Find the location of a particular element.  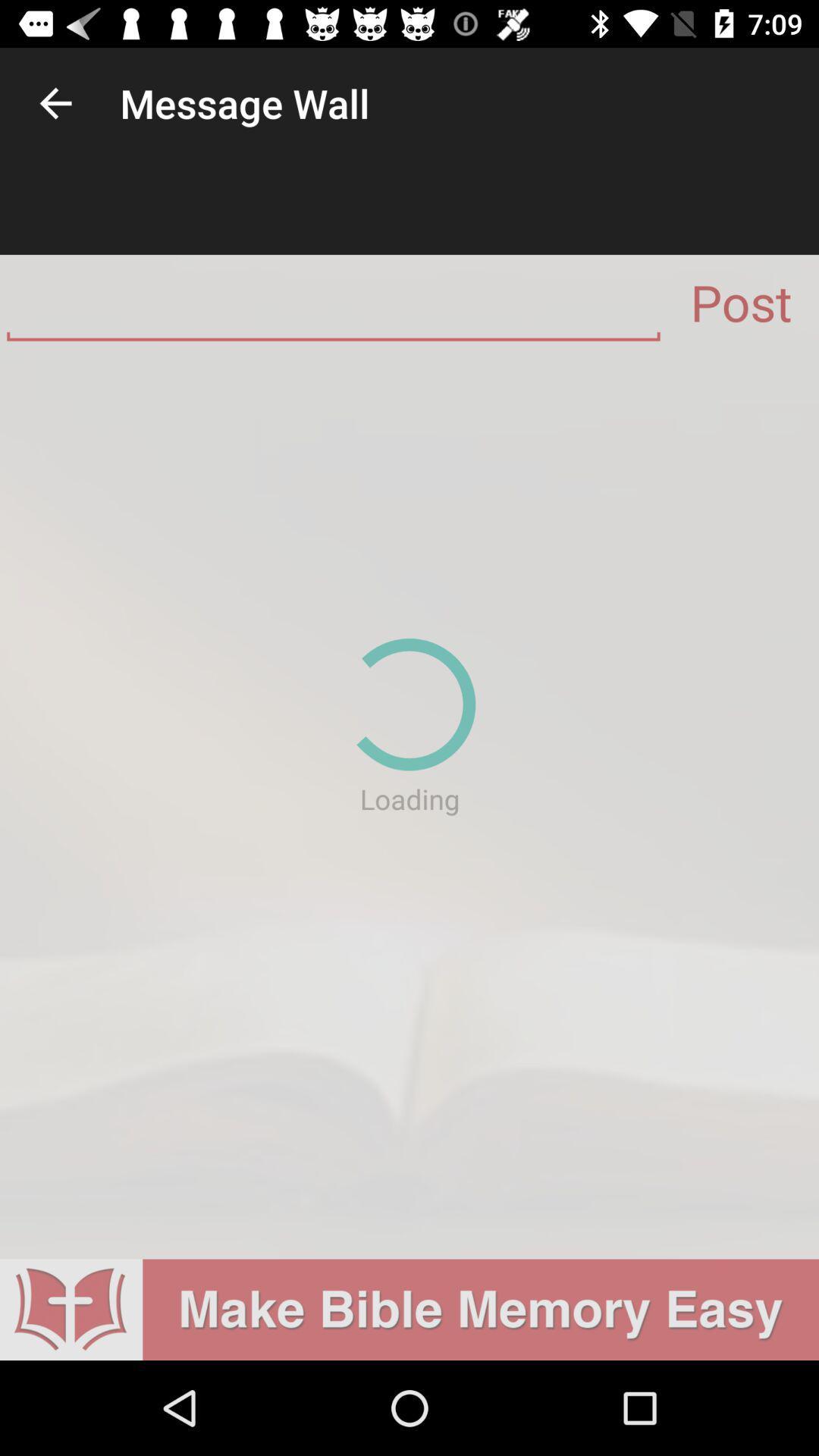

search the post is located at coordinates (332, 308).